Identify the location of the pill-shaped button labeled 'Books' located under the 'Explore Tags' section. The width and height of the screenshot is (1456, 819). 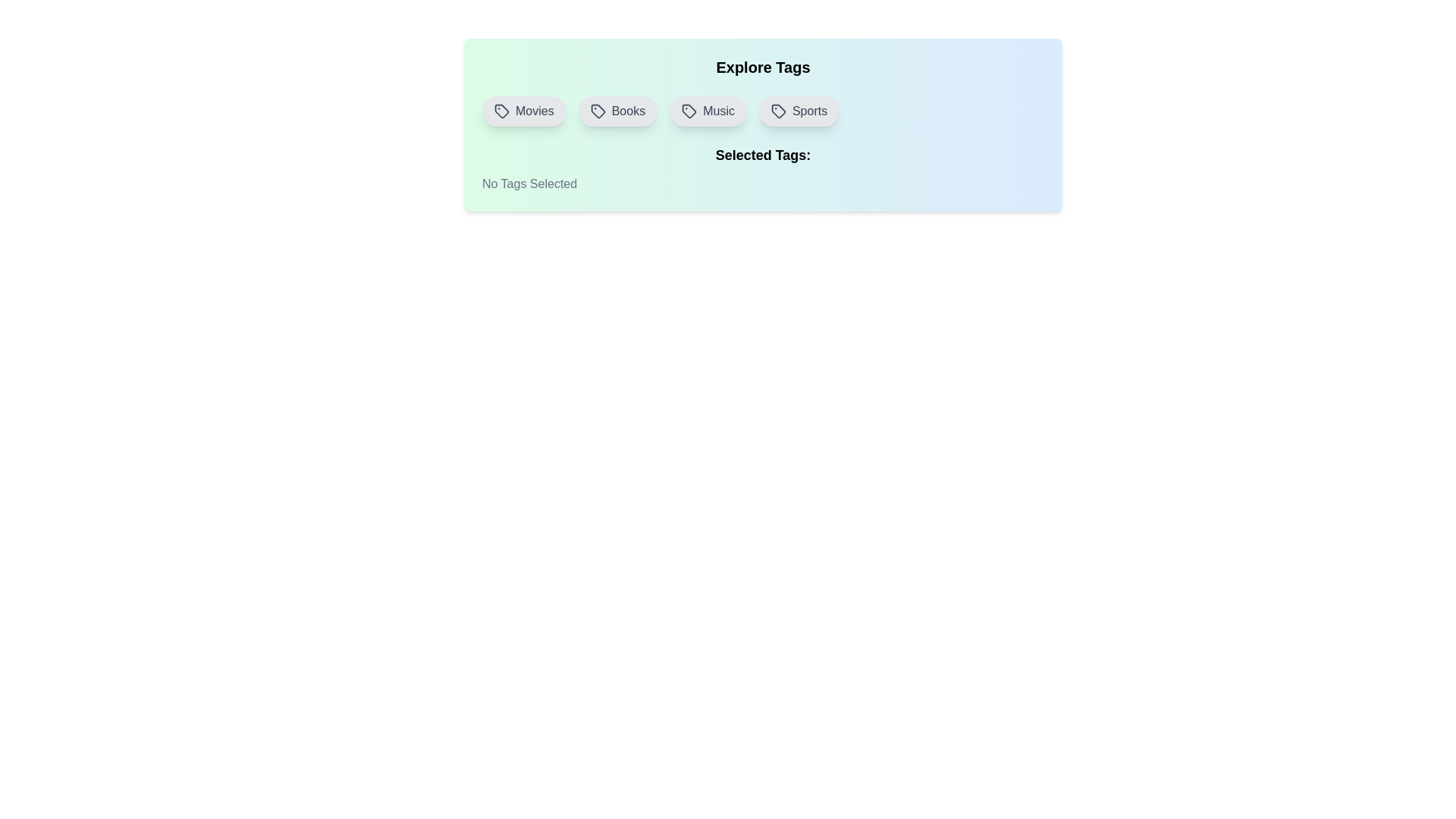
(617, 110).